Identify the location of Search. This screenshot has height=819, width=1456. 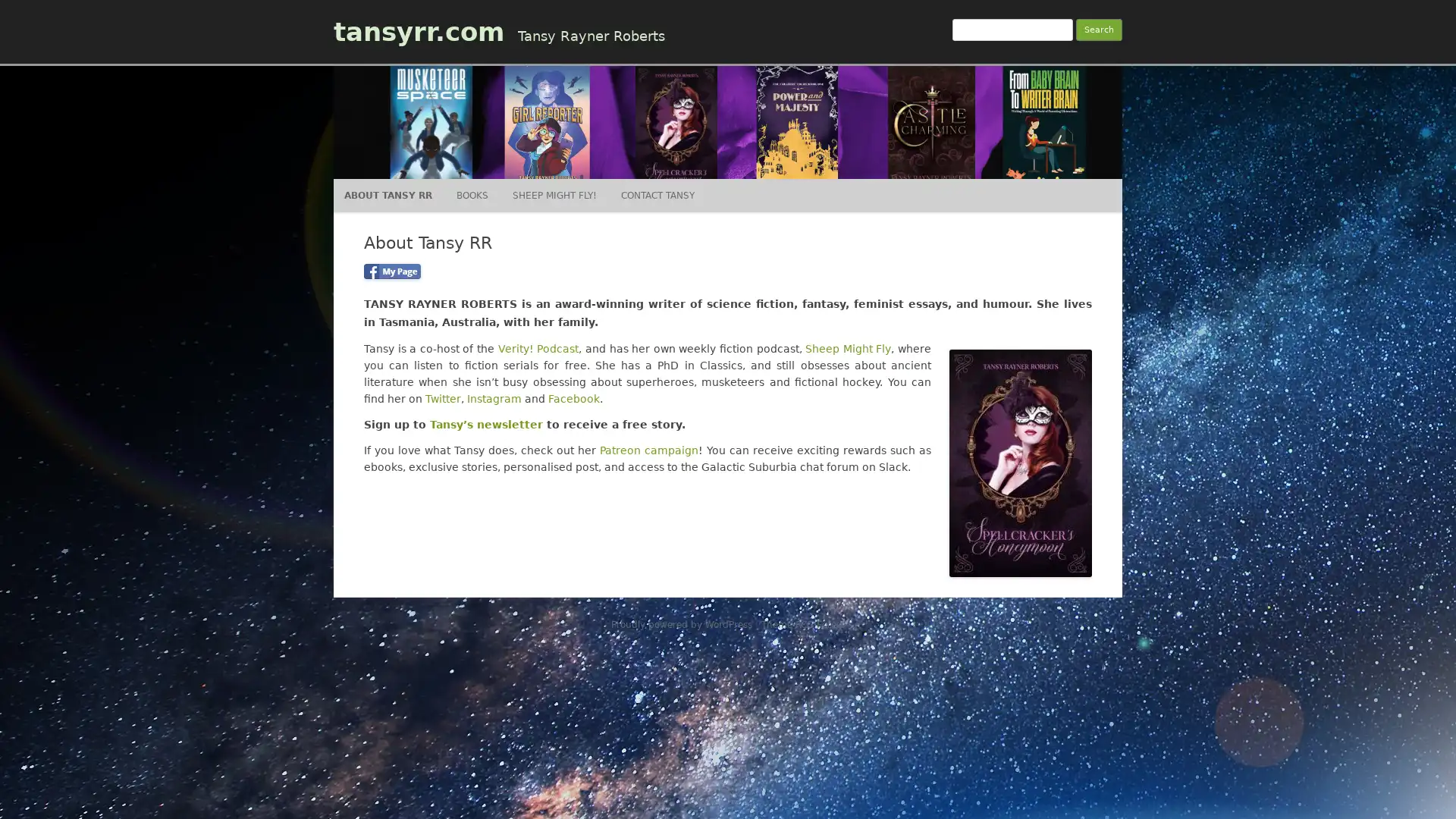
(1099, 30).